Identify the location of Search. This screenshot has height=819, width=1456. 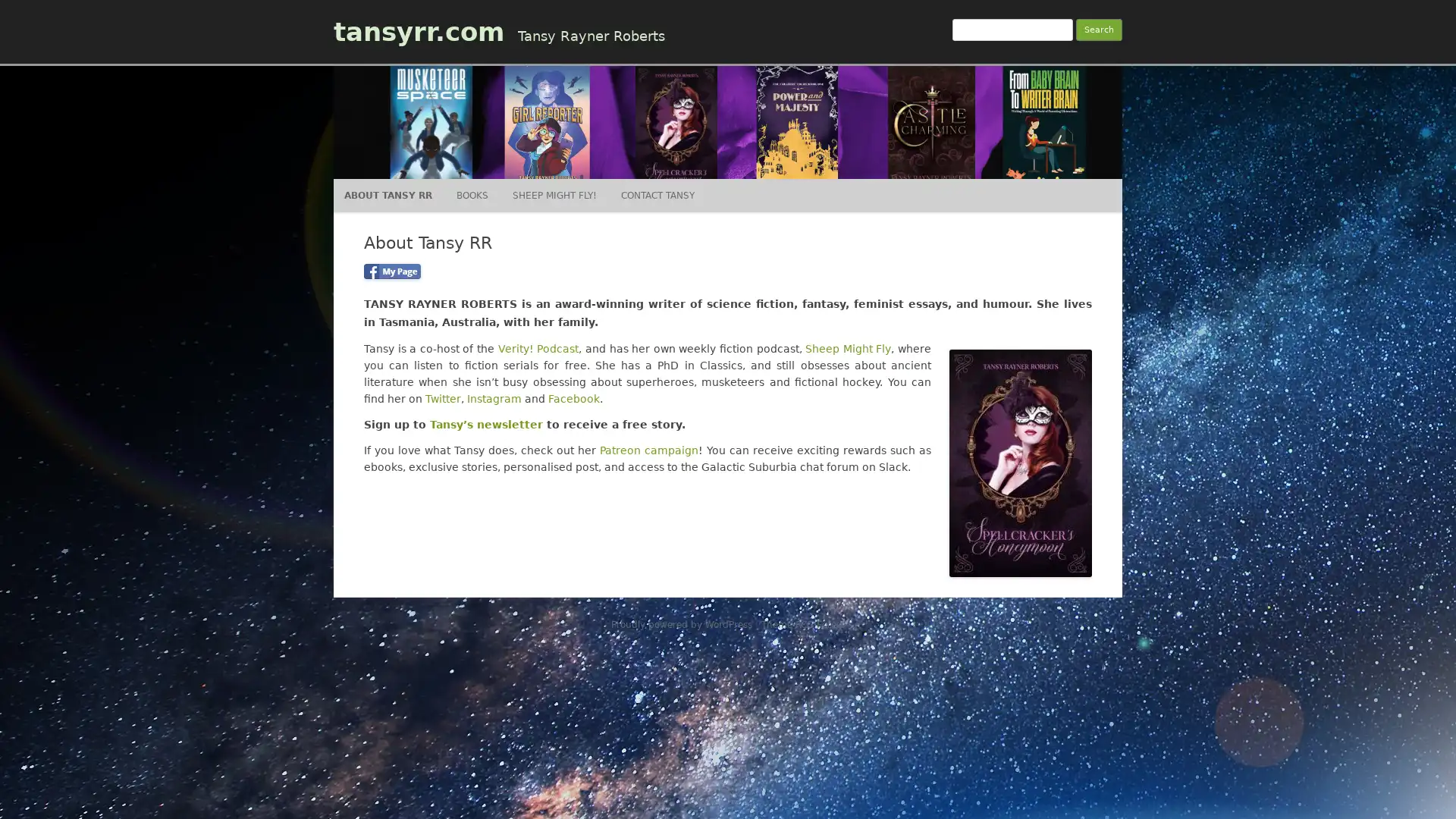
(1099, 30).